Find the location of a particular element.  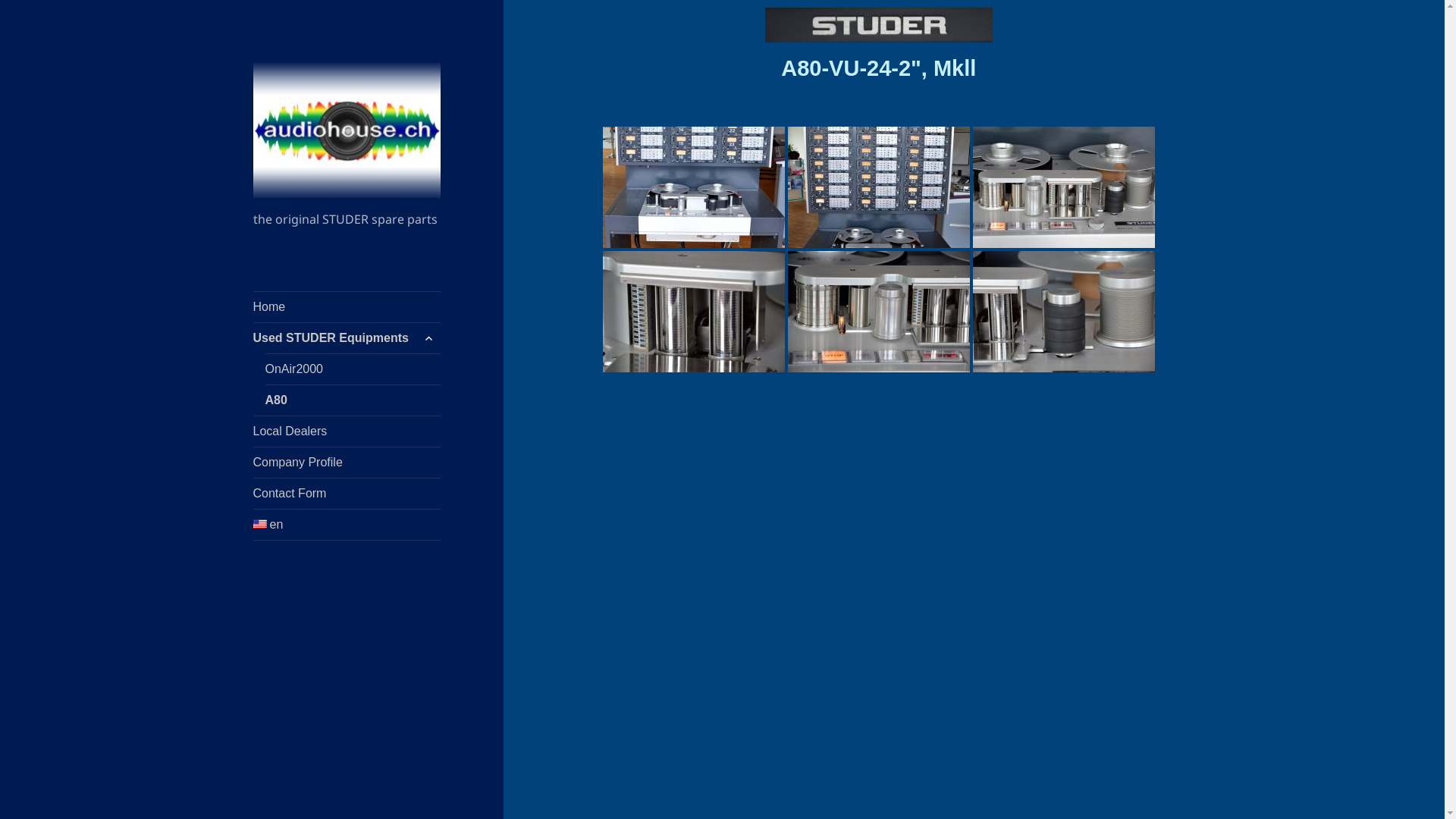

'Used STUDER Equipments' is located at coordinates (253, 337).